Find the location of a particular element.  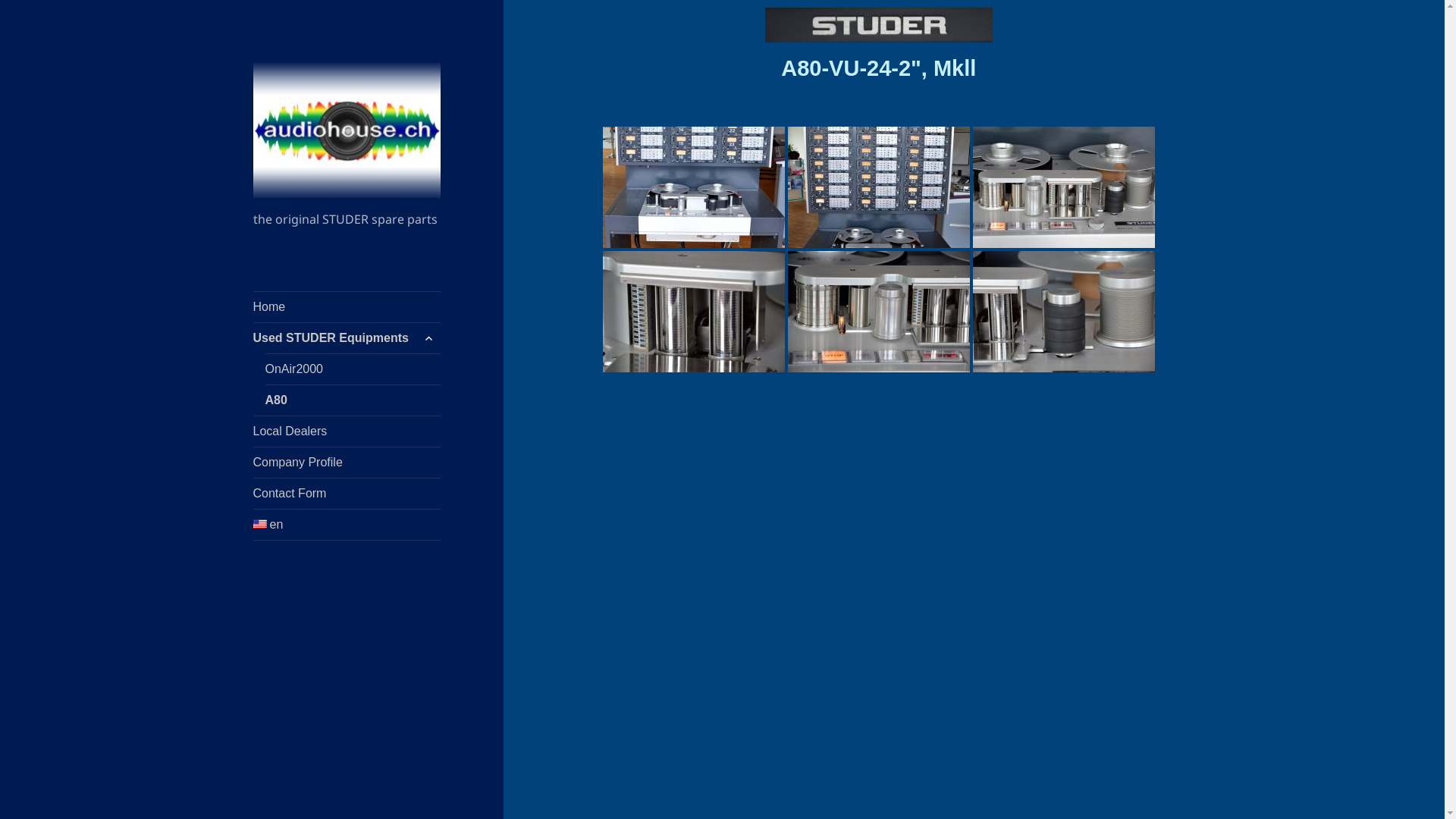

'Used STUDER Equipments' is located at coordinates (253, 337).